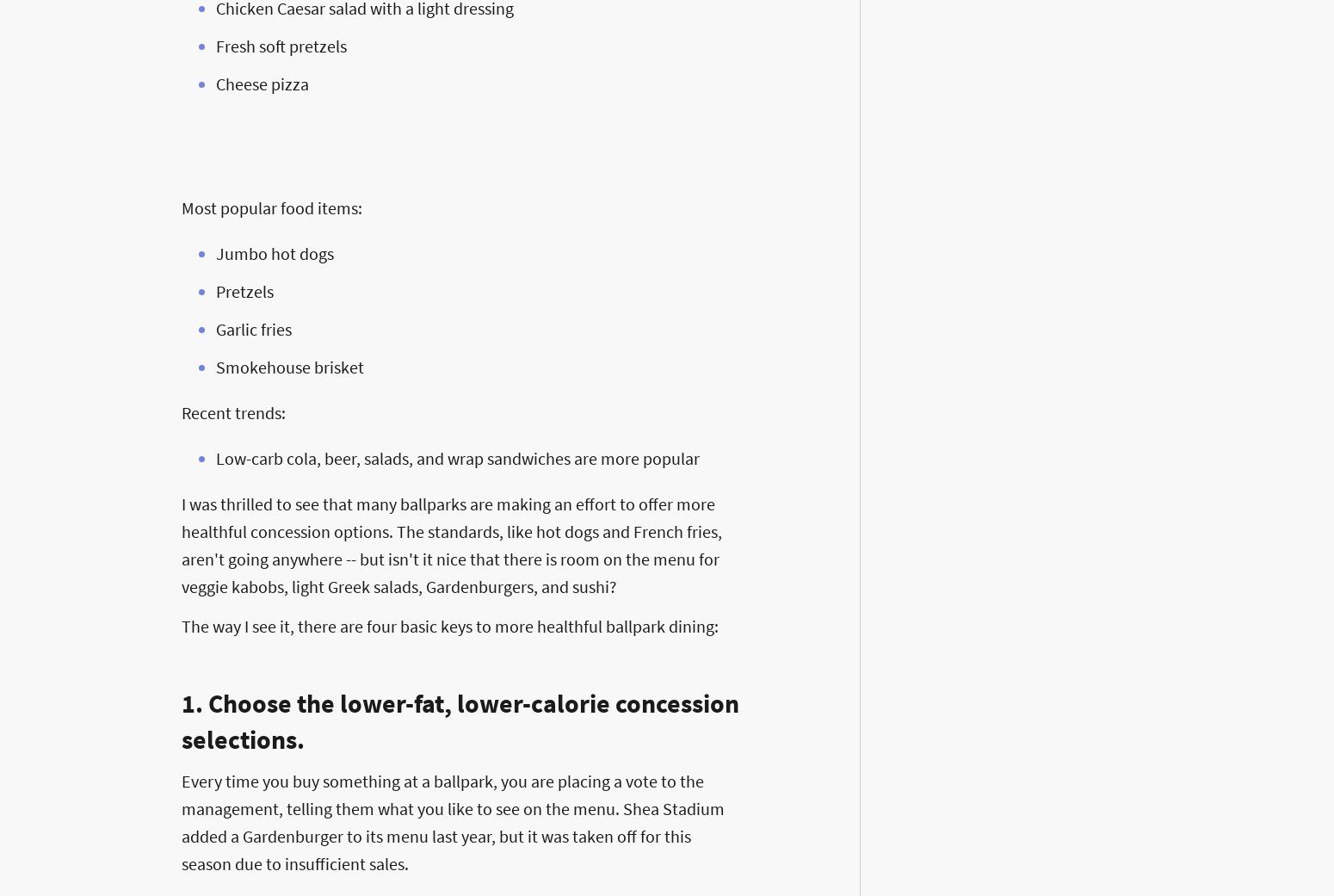 This screenshot has width=1334, height=896. I want to click on 'The way I see it, there are four basic keys to more healthful ballpark dining:', so click(448, 625).